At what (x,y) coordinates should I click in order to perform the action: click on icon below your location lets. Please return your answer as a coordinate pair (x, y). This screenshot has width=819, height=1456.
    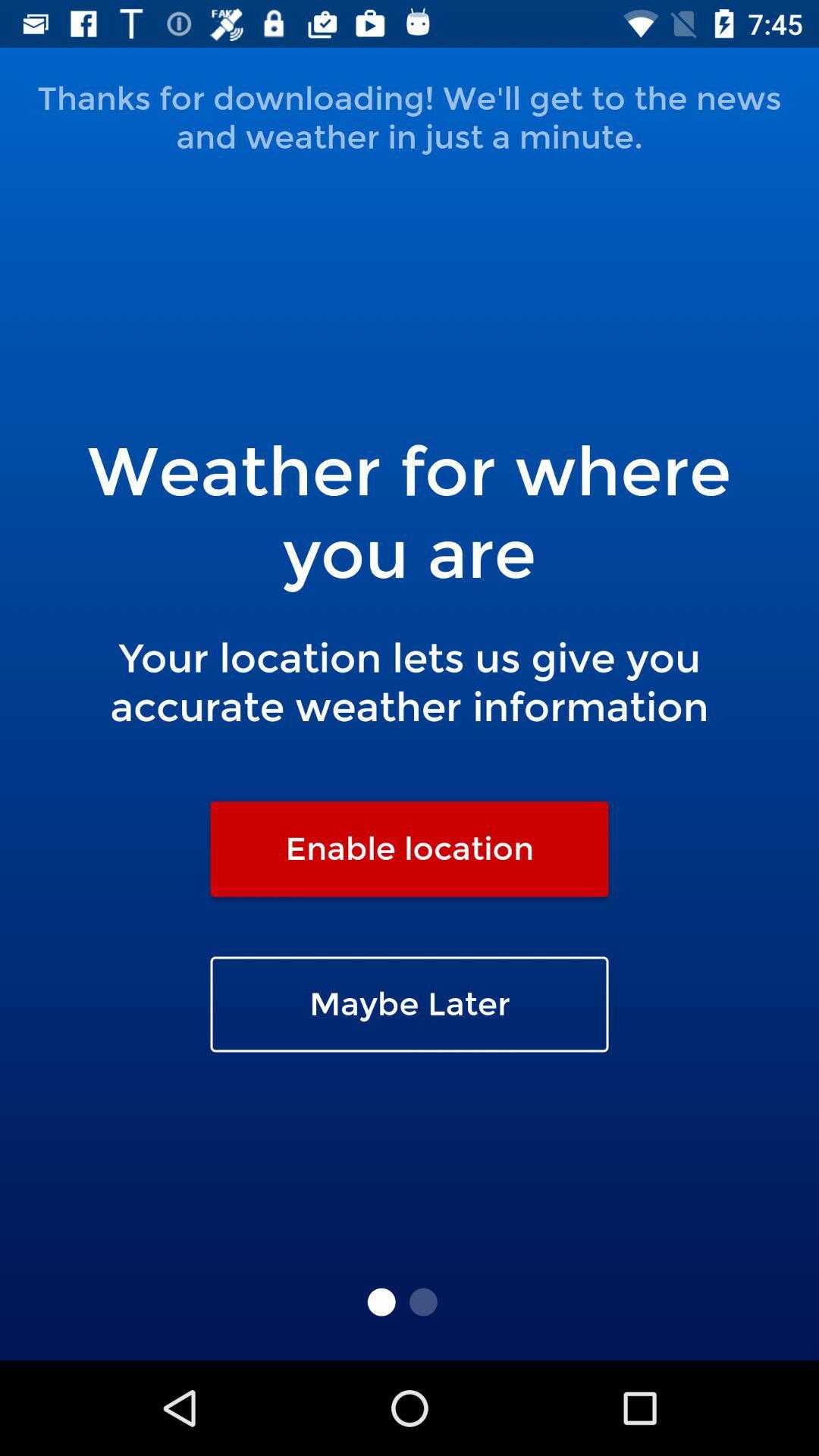
    Looking at the image, I should click on (409, 848).